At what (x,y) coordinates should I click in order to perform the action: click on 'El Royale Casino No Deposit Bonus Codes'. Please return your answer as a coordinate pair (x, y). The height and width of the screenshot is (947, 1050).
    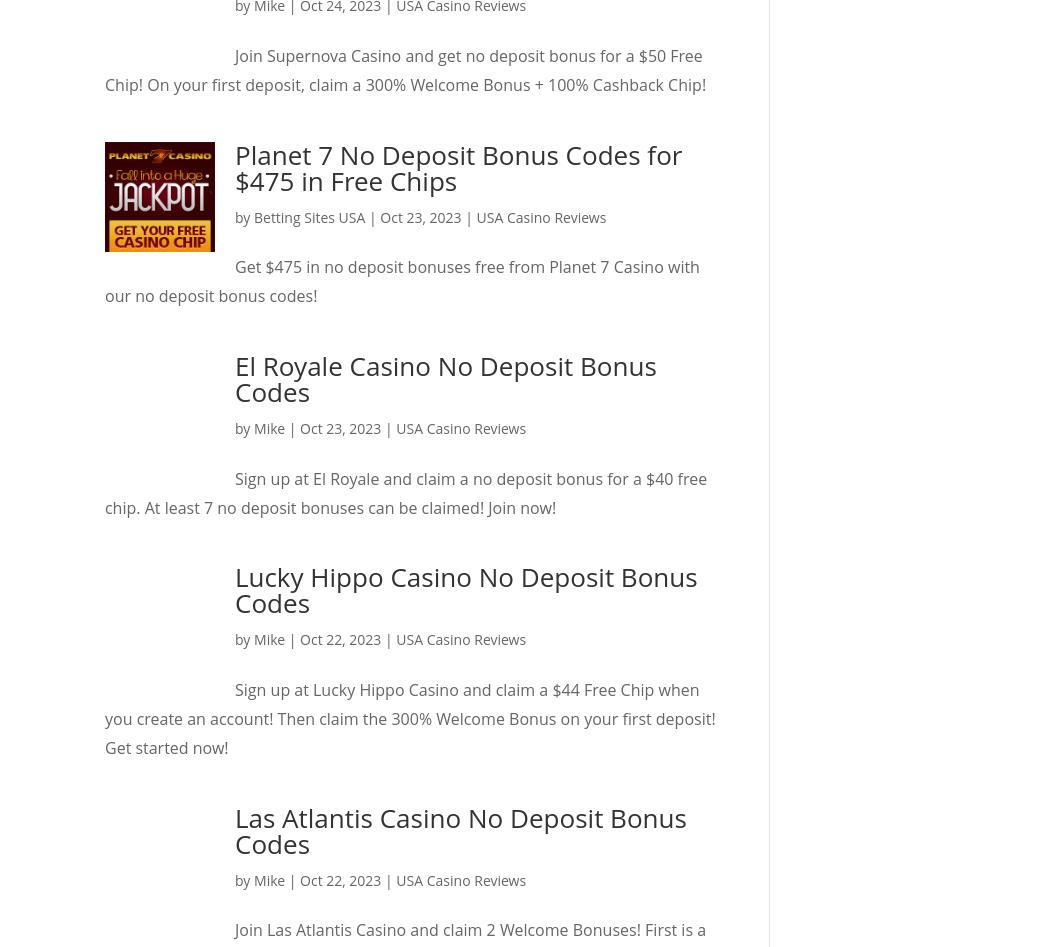
    Looking at the image, I should click on (444, 377).